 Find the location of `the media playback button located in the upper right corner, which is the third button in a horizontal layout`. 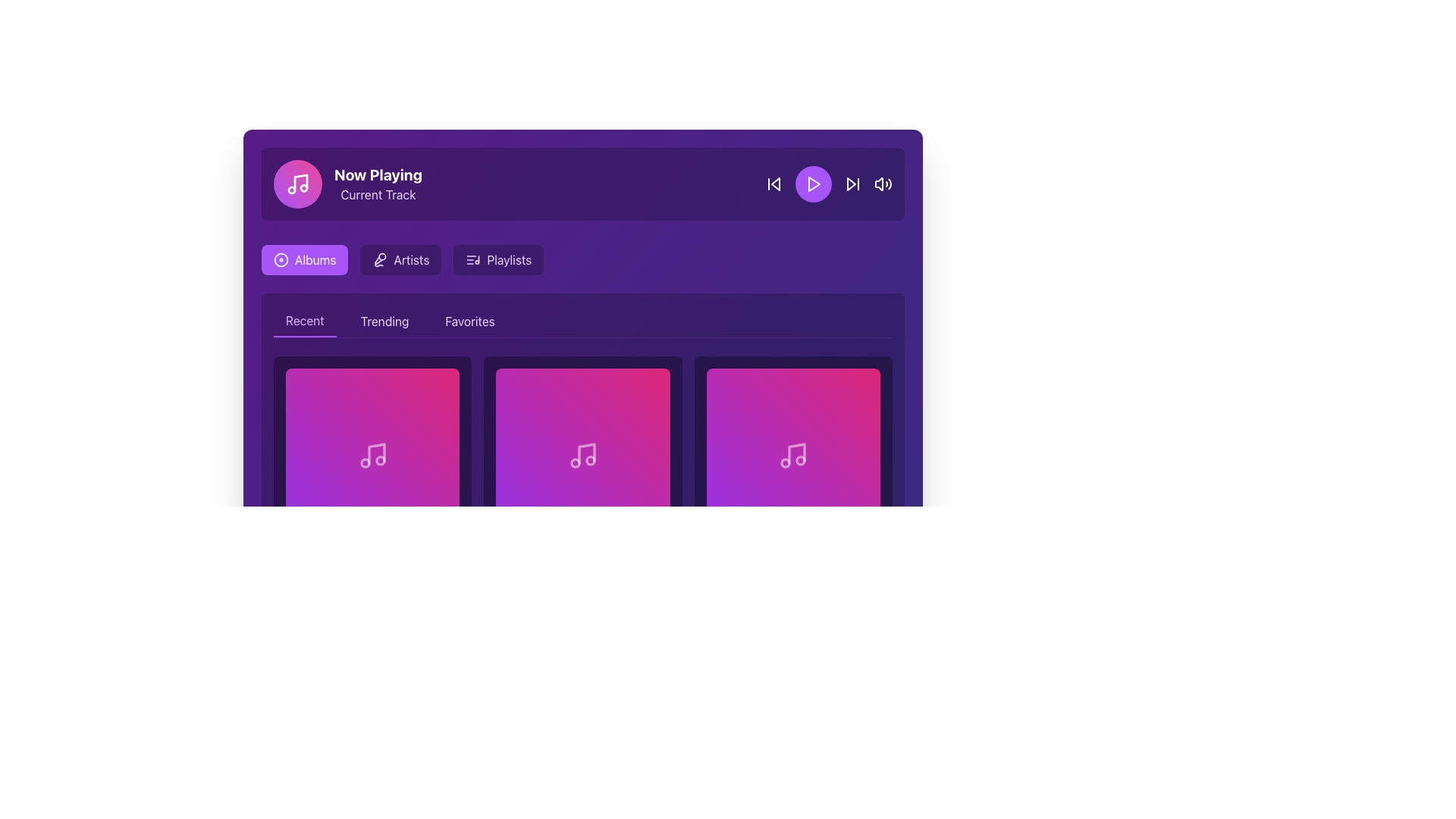

the media playback button located in the upper right corner, which is the third button in a horizontal layout is located at coordinates (828, 184).